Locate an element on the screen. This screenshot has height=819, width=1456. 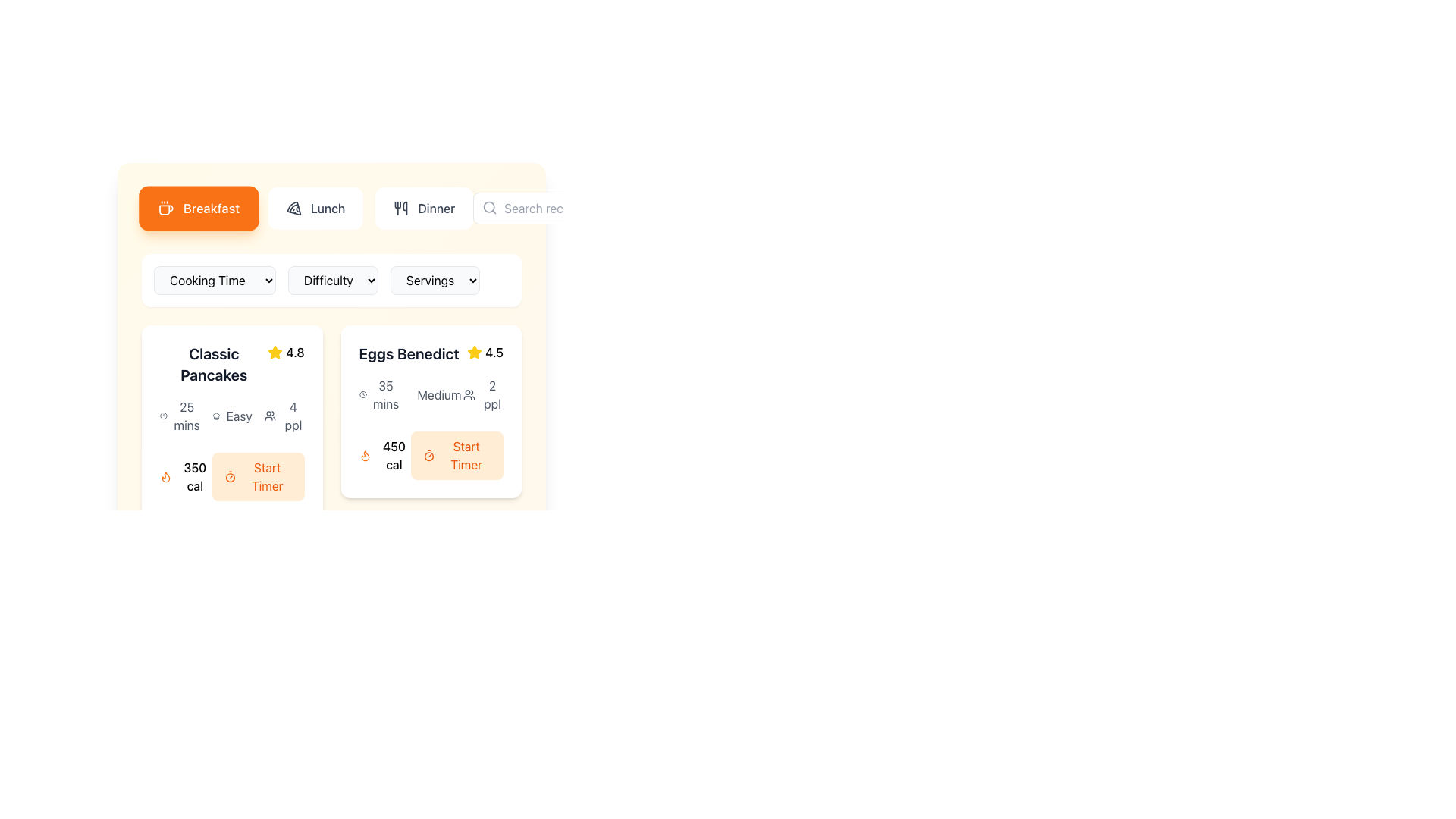
the 'Start Timer' button, which is a rectangular button with a rounded border, light orange background, and orange text, located to the right of '350 cal' in the 'Classic Pancakes' section is located at coordinates (258, 475).